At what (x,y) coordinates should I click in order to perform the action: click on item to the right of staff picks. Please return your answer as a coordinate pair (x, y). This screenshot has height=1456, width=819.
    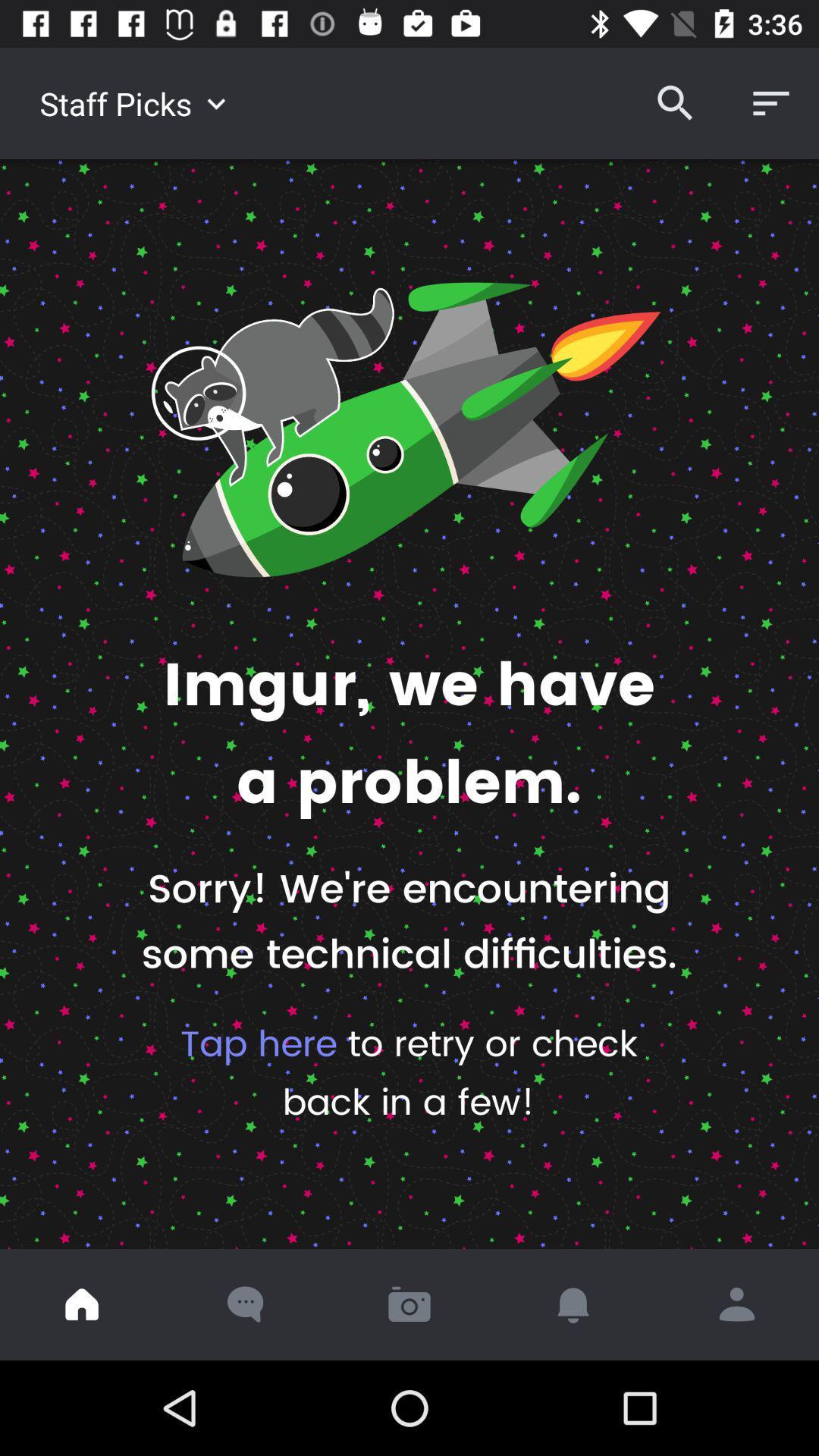
    Looking at the image, I should click on (675, 102).